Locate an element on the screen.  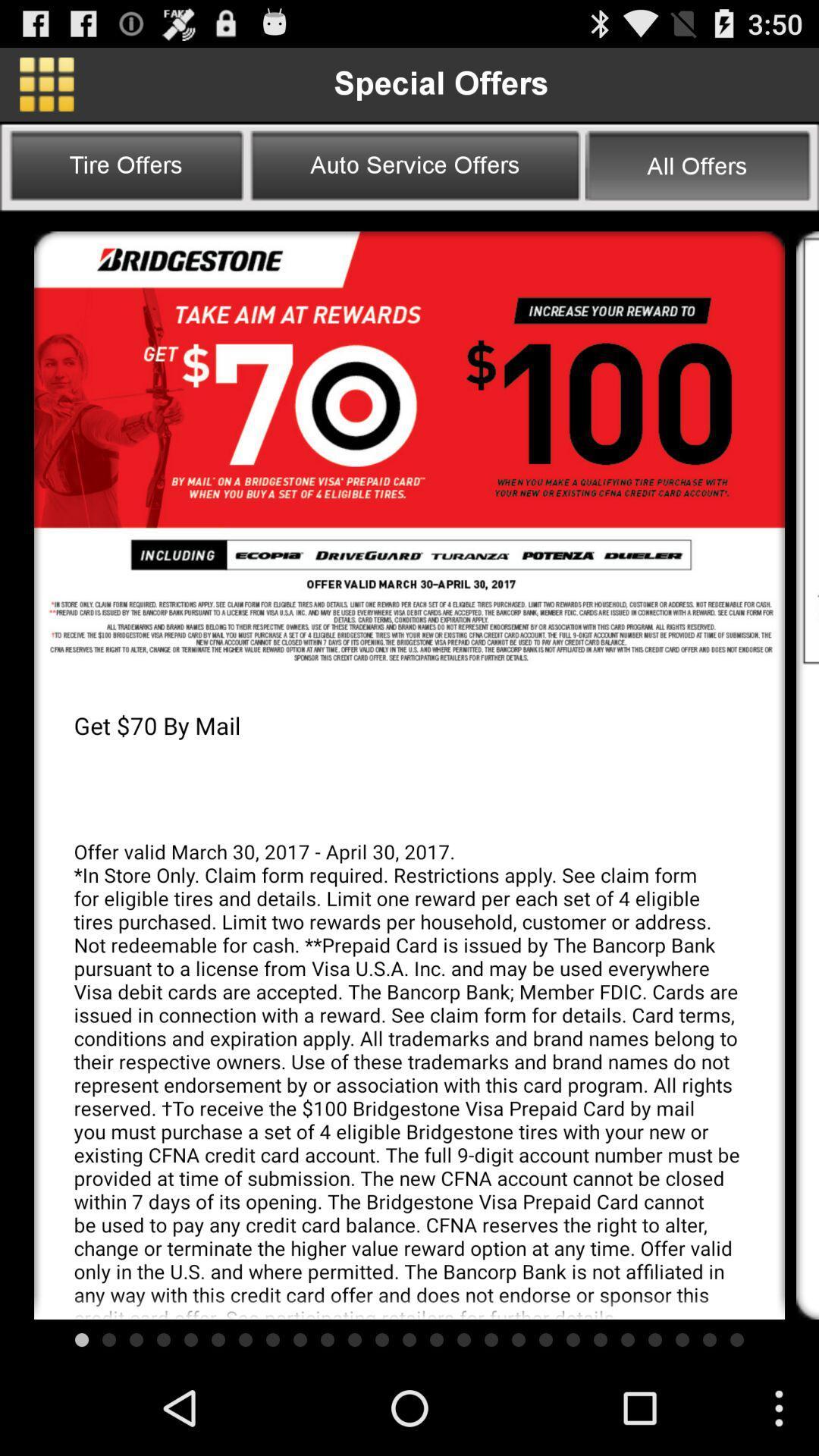
open settings is located at coordinates (45, 83).